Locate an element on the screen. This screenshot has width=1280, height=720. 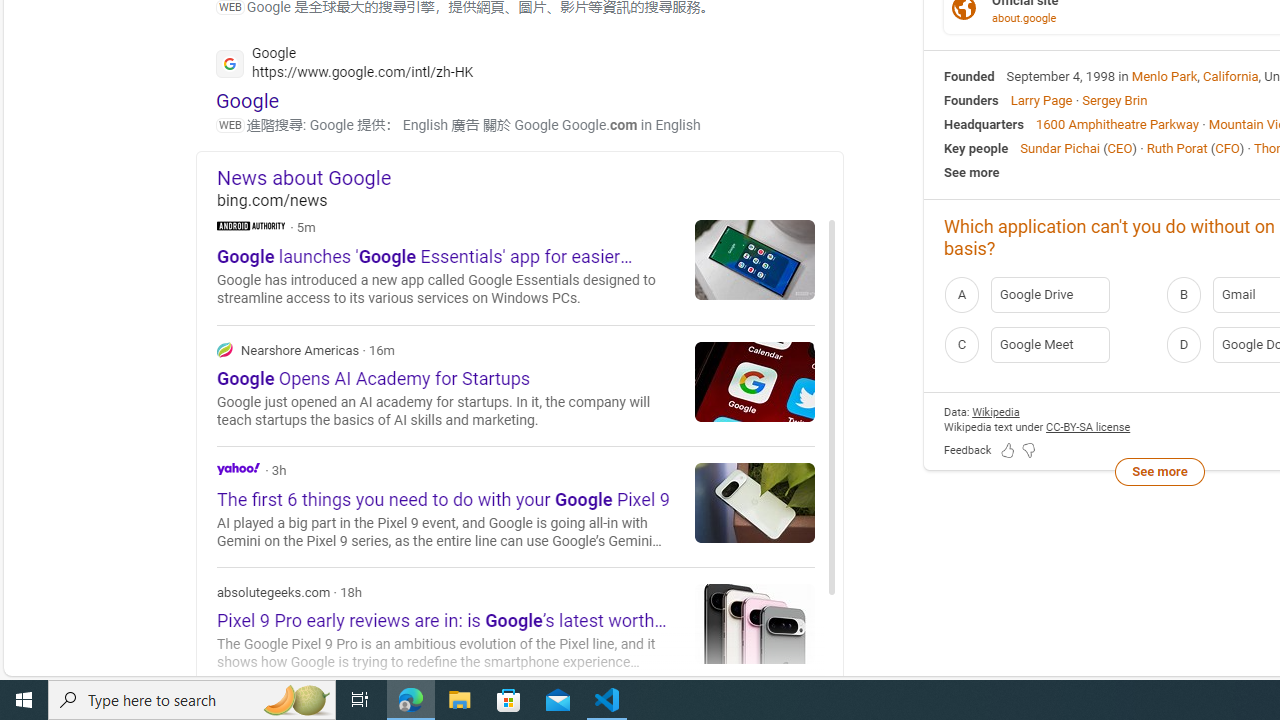
'CFO' is located at coordinates (1226, 146).